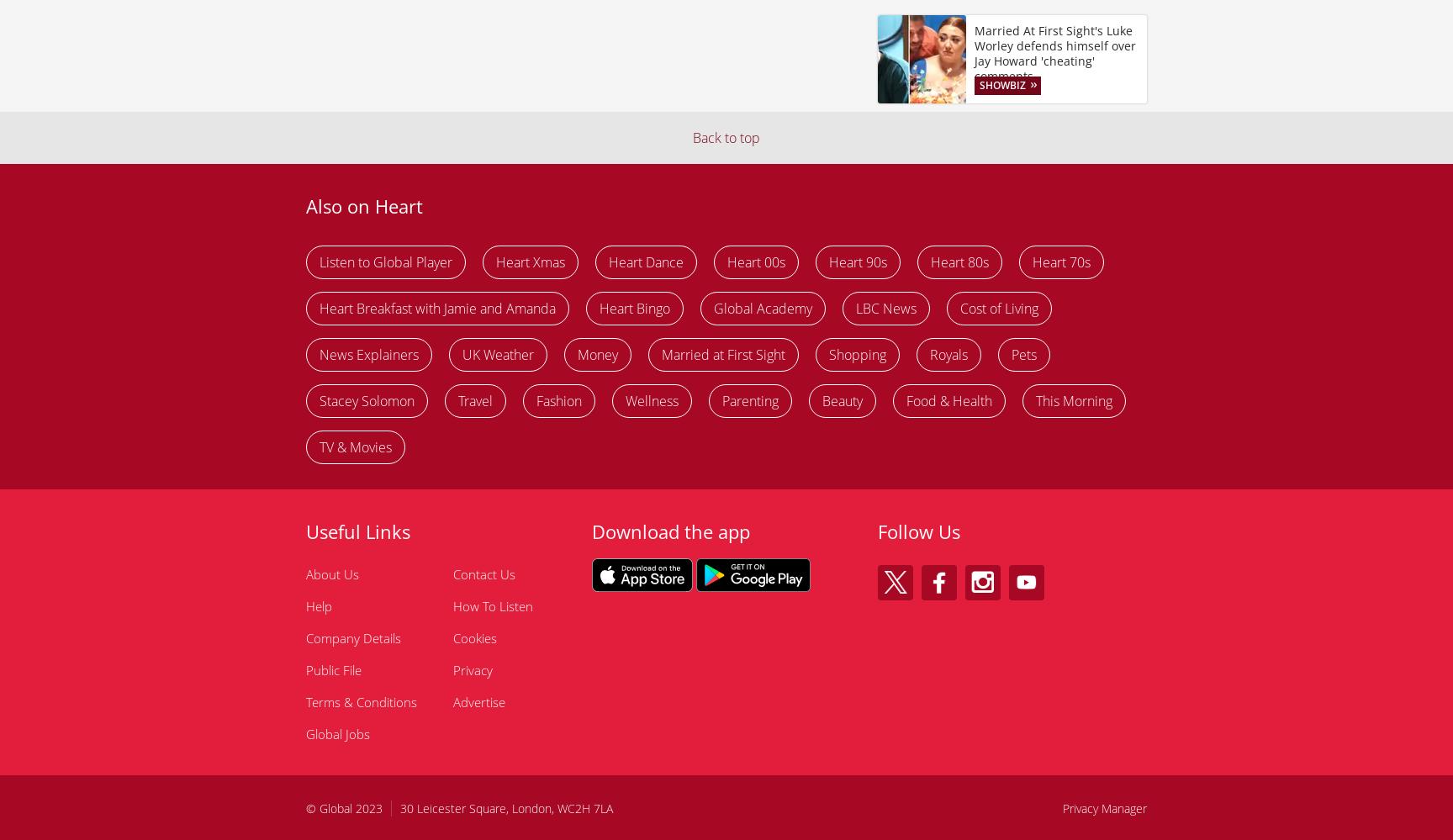 The height and width of the screenshot is (840, 1453). I want to click on 'How To Listen', so click(492, 605).